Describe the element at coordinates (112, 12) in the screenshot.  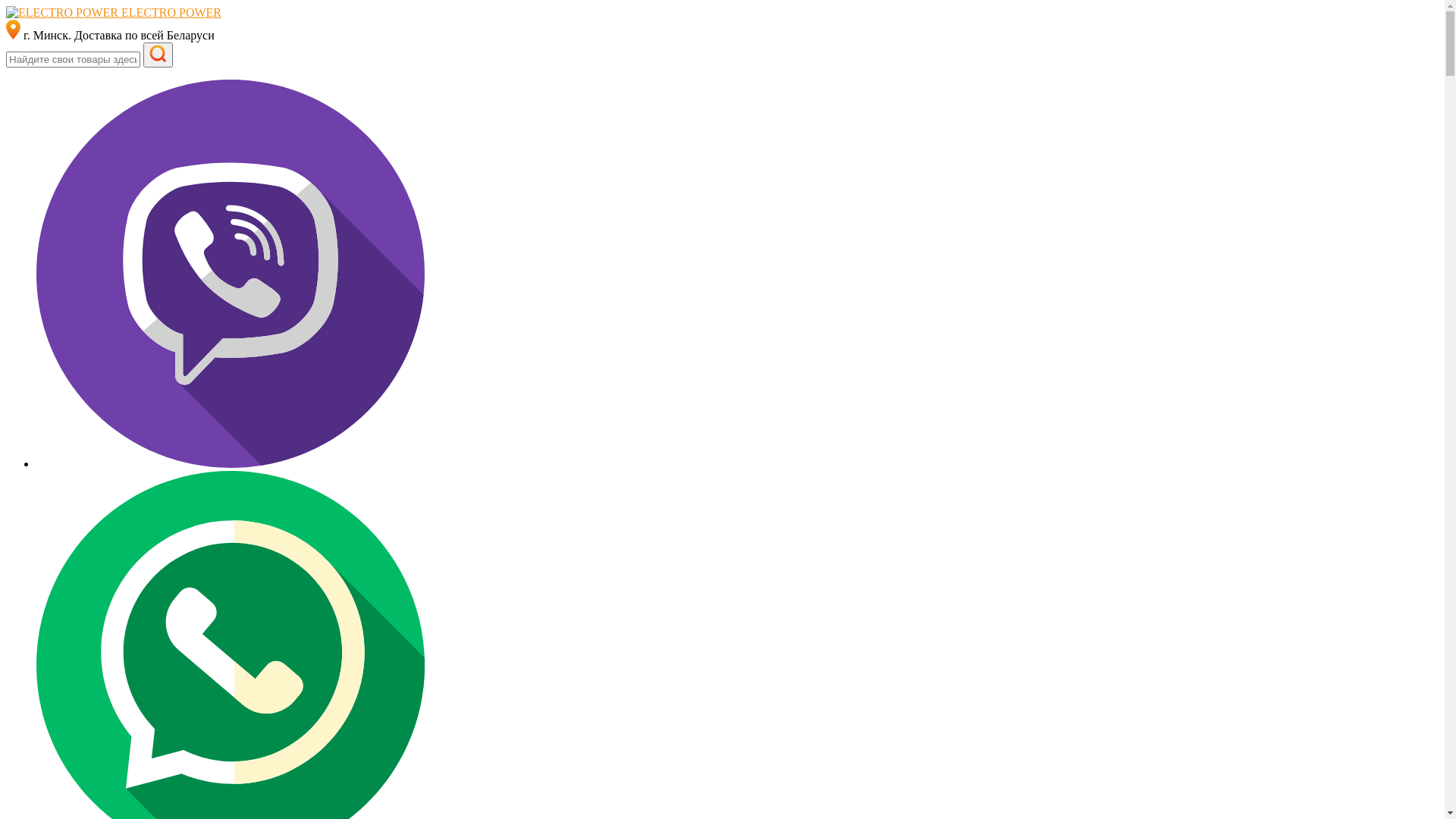
I see `'ELECTRO POWER'` at that location.